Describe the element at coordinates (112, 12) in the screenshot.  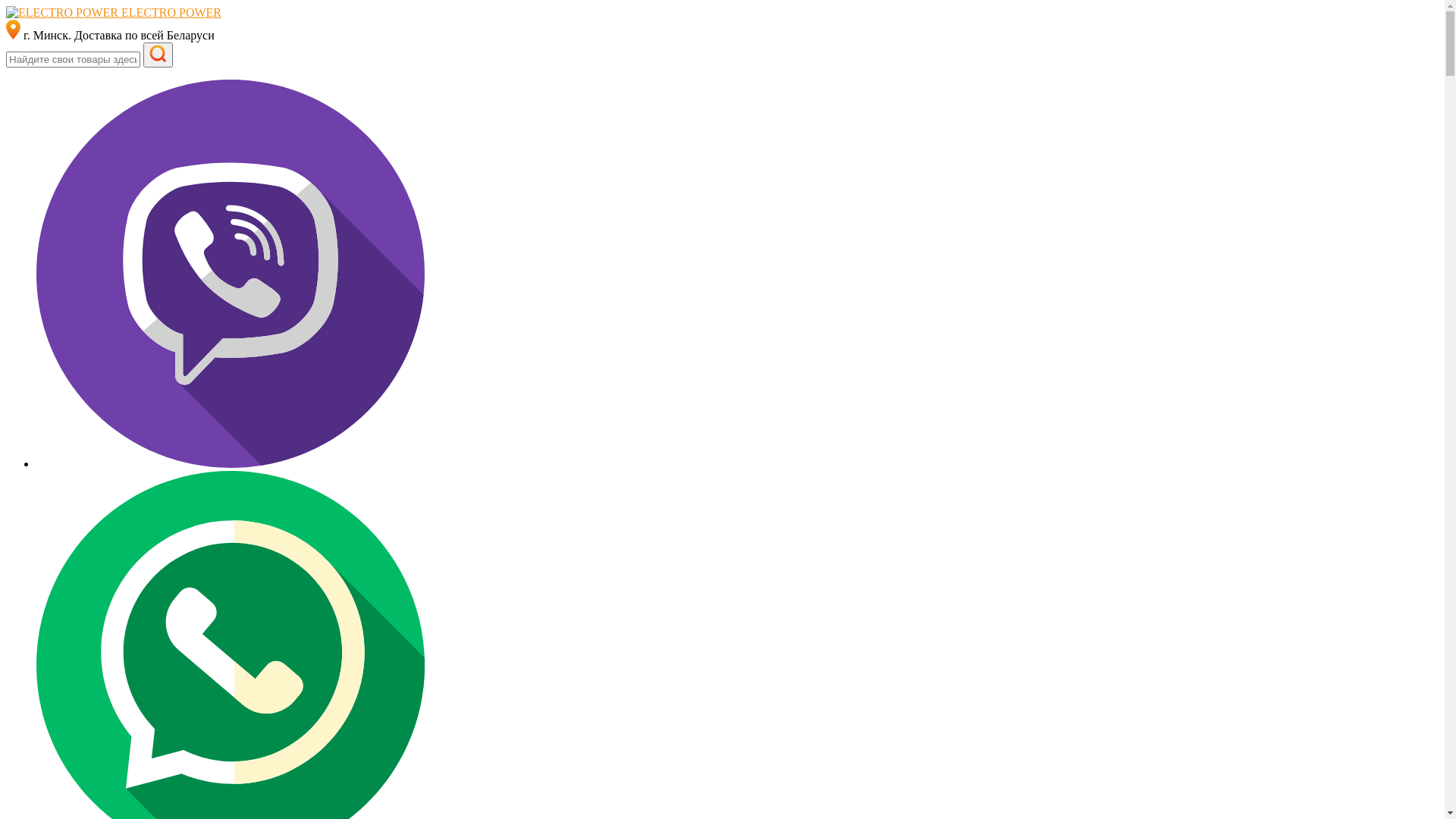
I see `'ELECTRO POWER'` at that location.